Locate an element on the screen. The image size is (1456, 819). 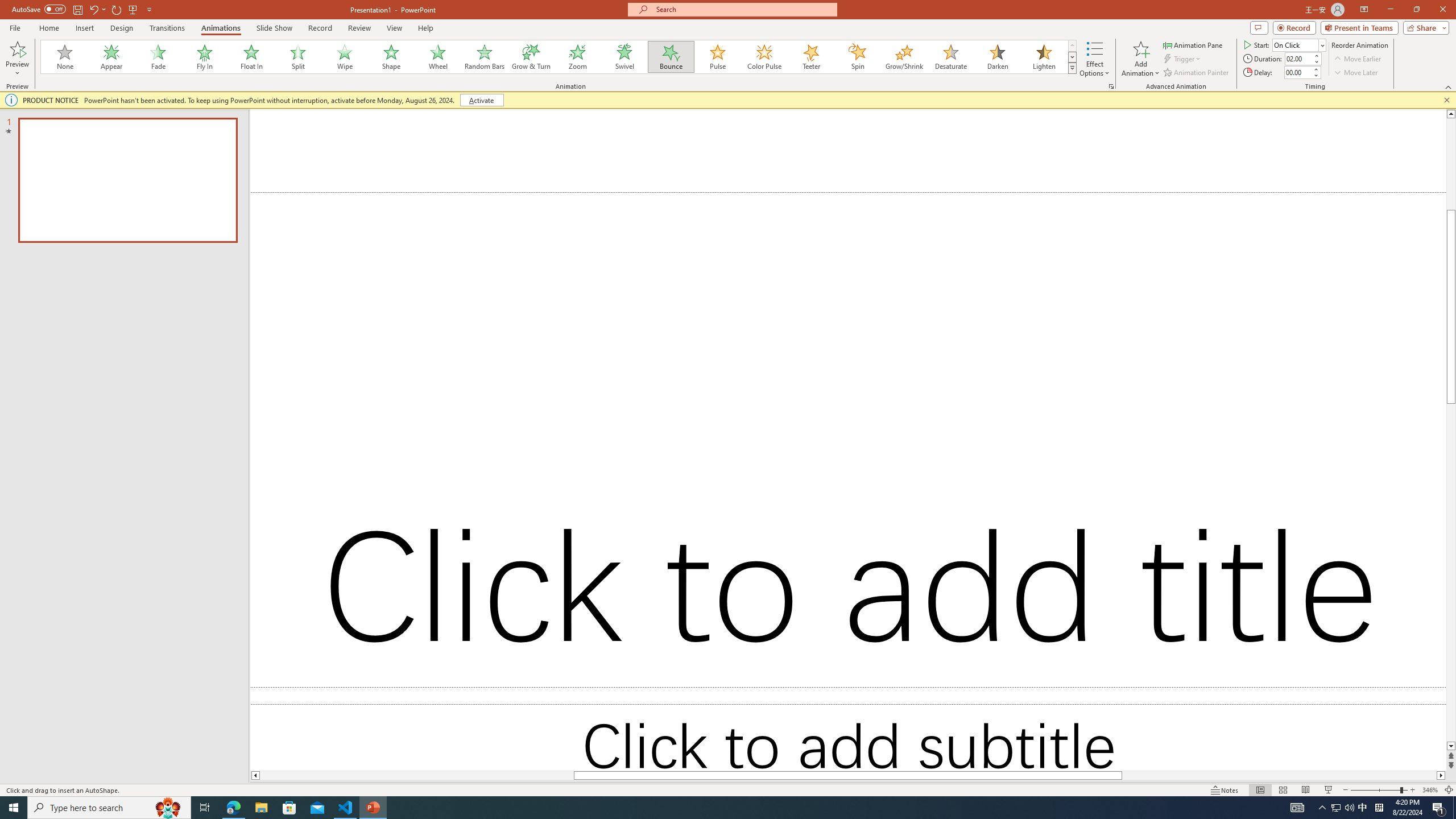
'Spin' is located at coordinates (857, 56).